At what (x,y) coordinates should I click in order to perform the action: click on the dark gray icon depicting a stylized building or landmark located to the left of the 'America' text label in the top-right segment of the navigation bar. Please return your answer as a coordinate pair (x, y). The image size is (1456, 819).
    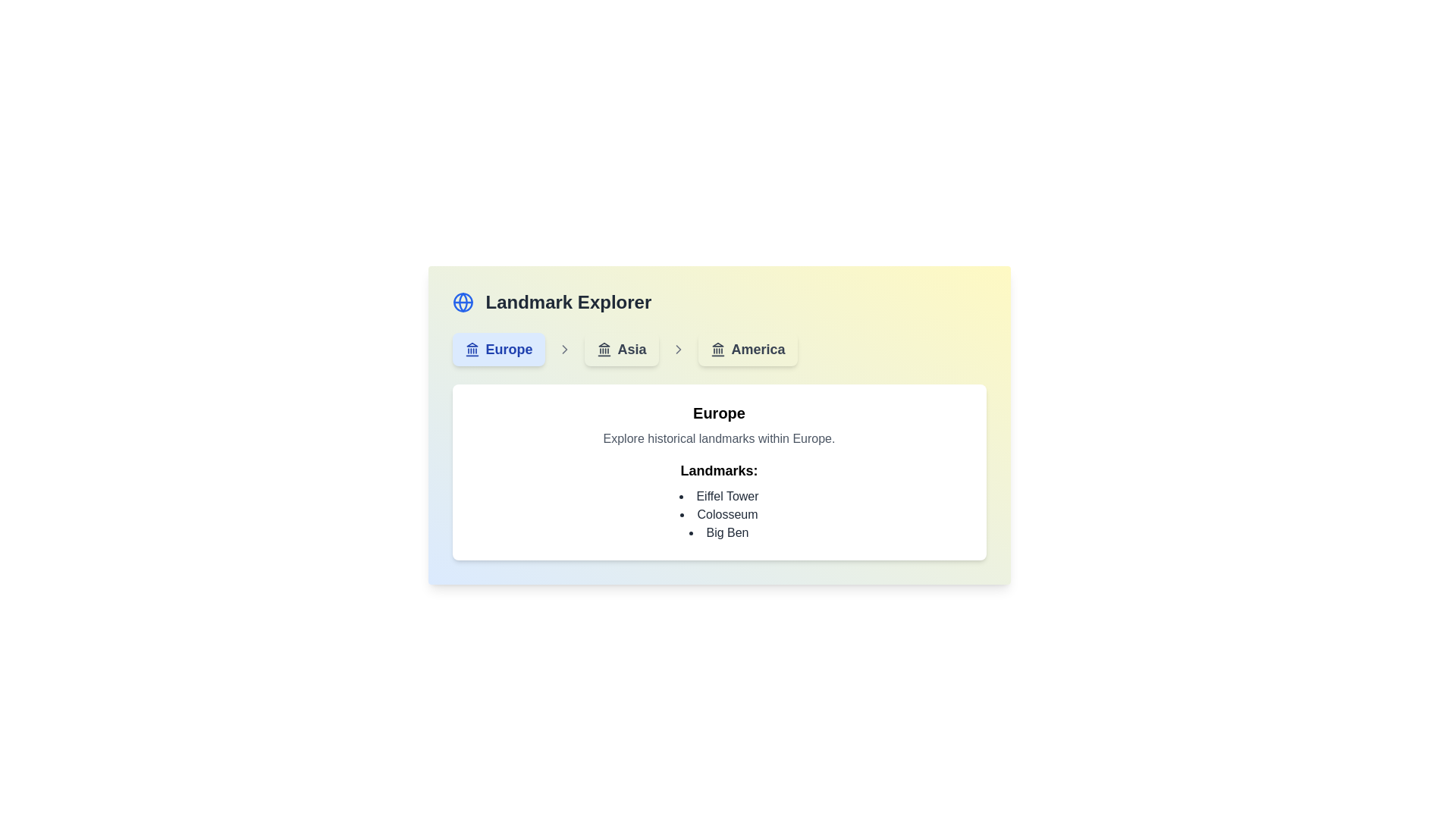
    Looking at the image, I should click on (717, 350).